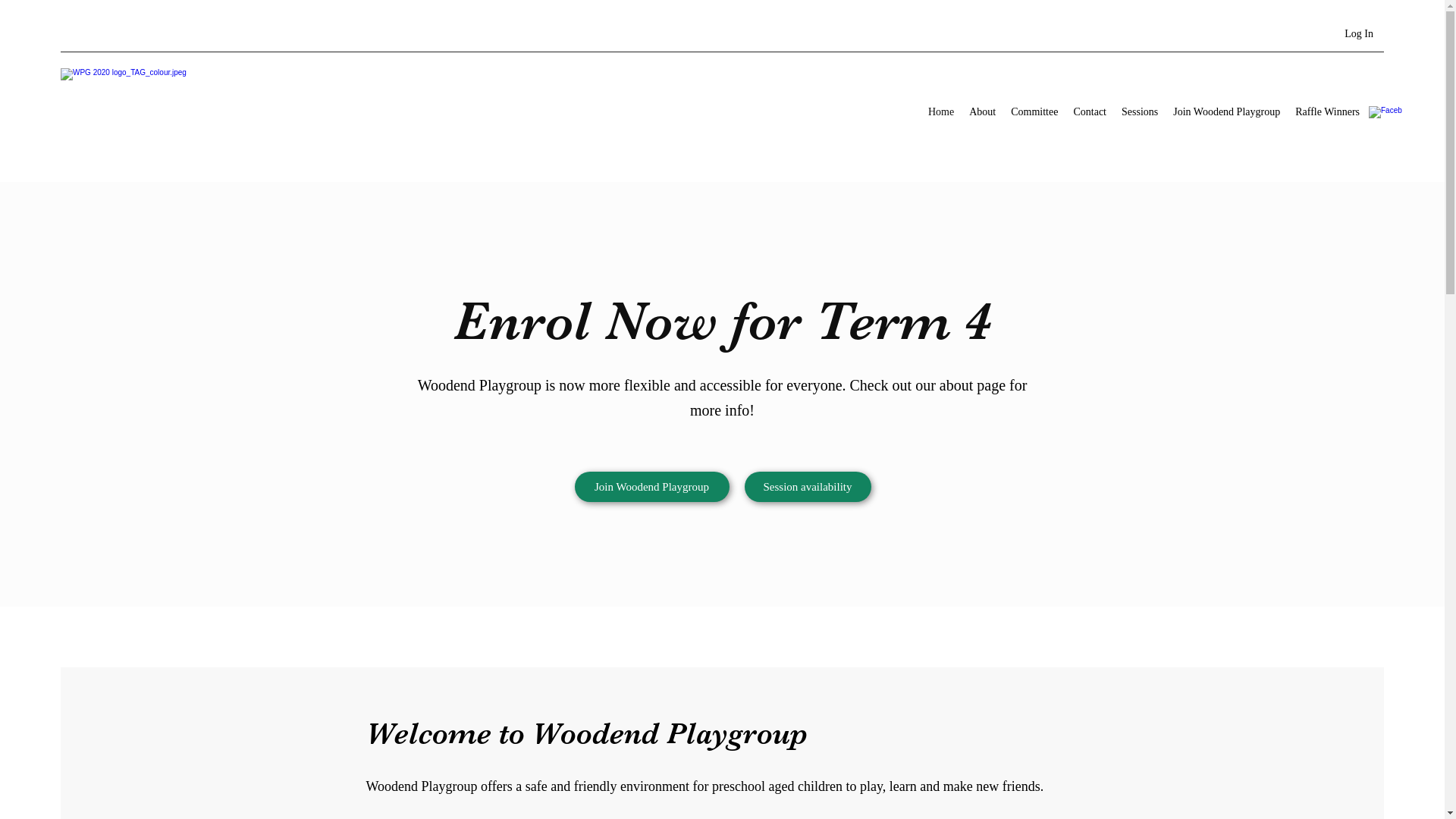  Describe the element at coordinates (1065, 113) in the screenshot. I see `'Contact'` at that location.